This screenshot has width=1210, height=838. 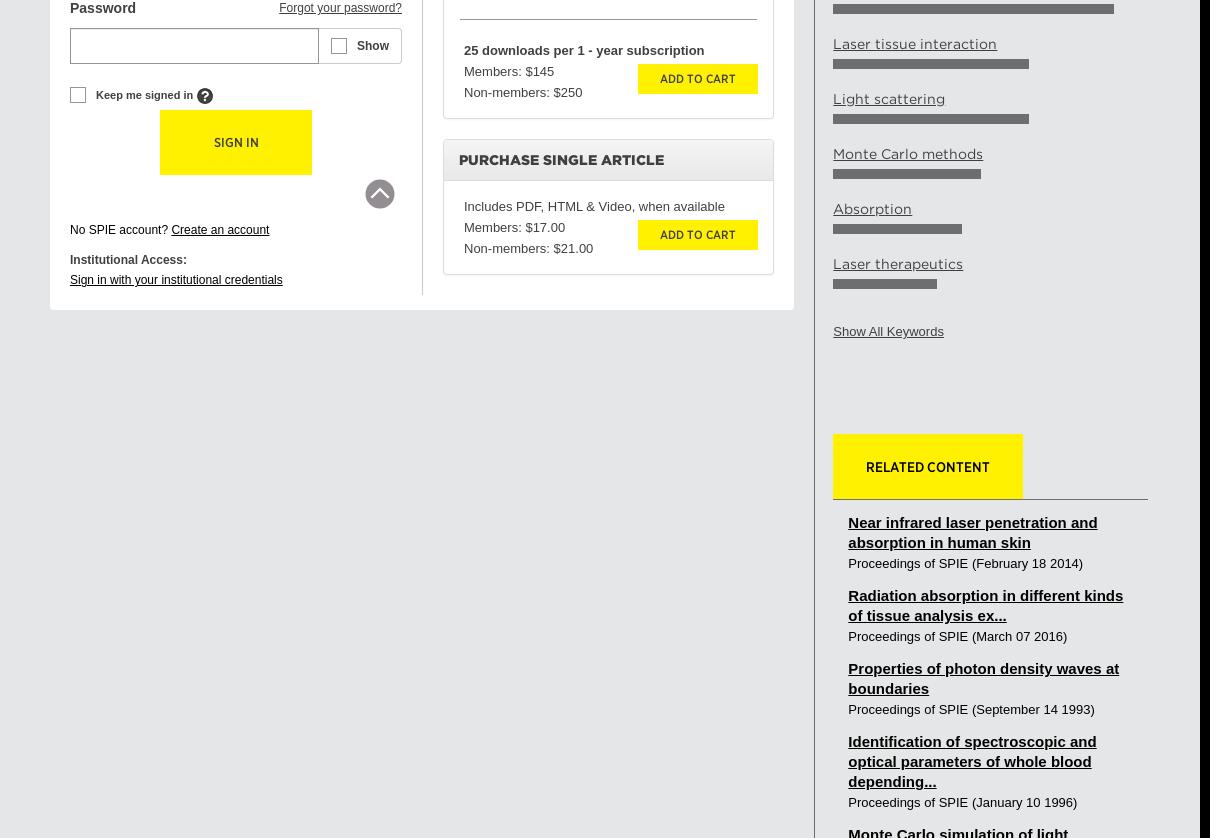 What do you see at coordinates (972, 532) in the screenshot?
I see `'Near infrared laser penetration and absorption in human skin'` at bounding box center [972, 532].